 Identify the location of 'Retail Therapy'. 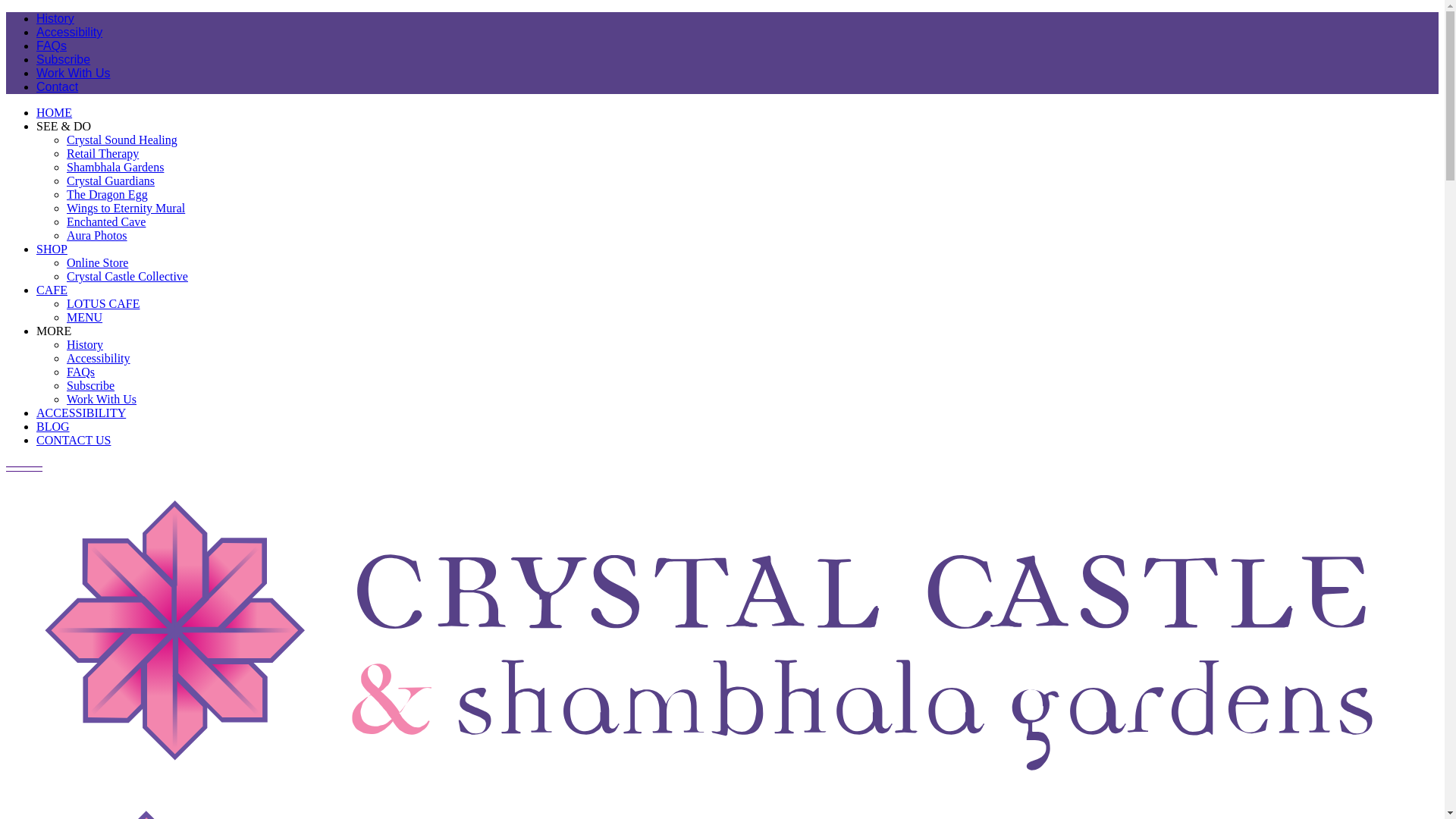
(102, 153).